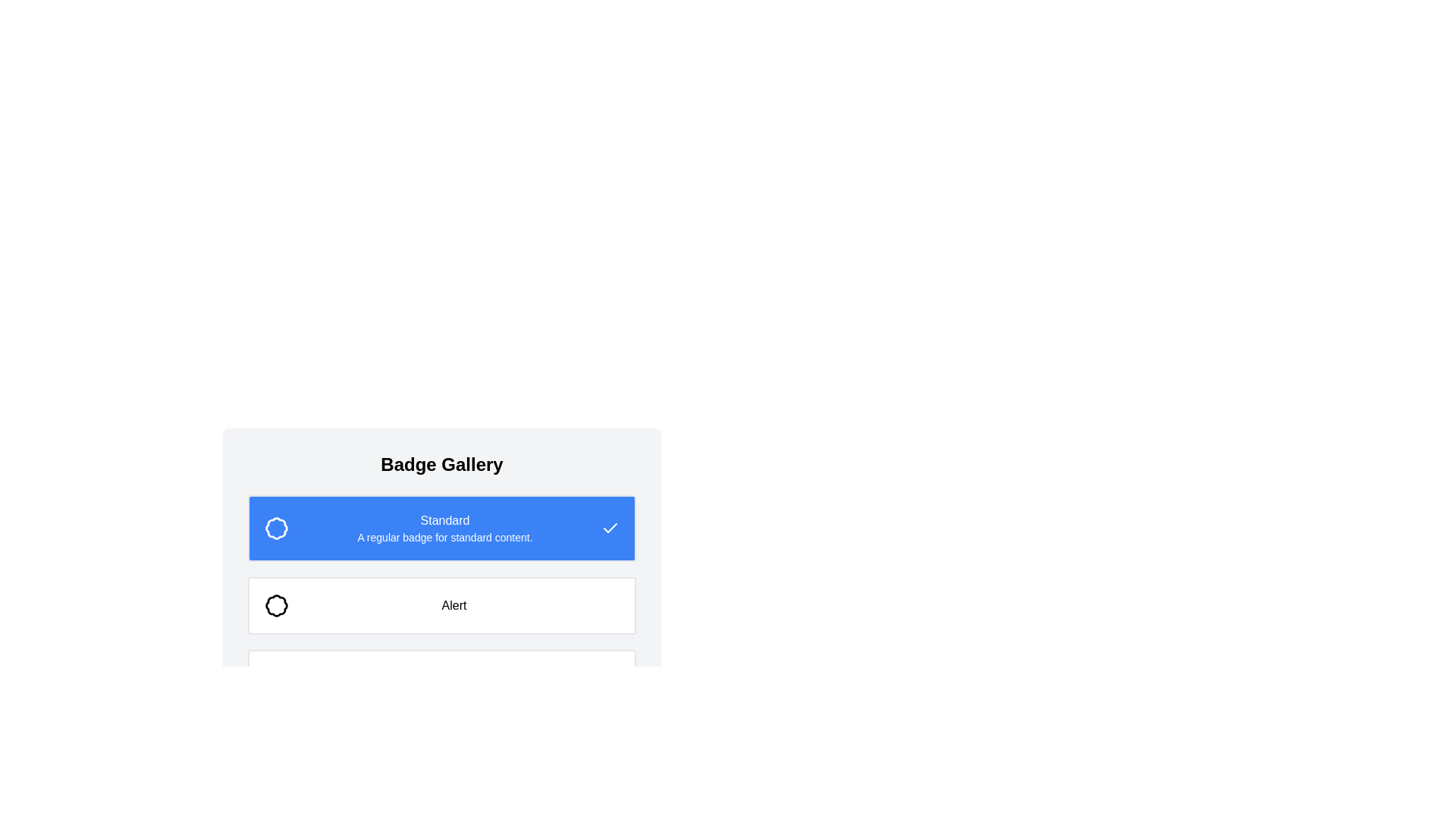 The image size is (1456, 819). Describe the element at coordinates (610, 528) in the screenshot. I see `the icon located in the right region of the blue section that indicates selection or activity for the text 'Standard A regular badge for standard content.'` at that location.